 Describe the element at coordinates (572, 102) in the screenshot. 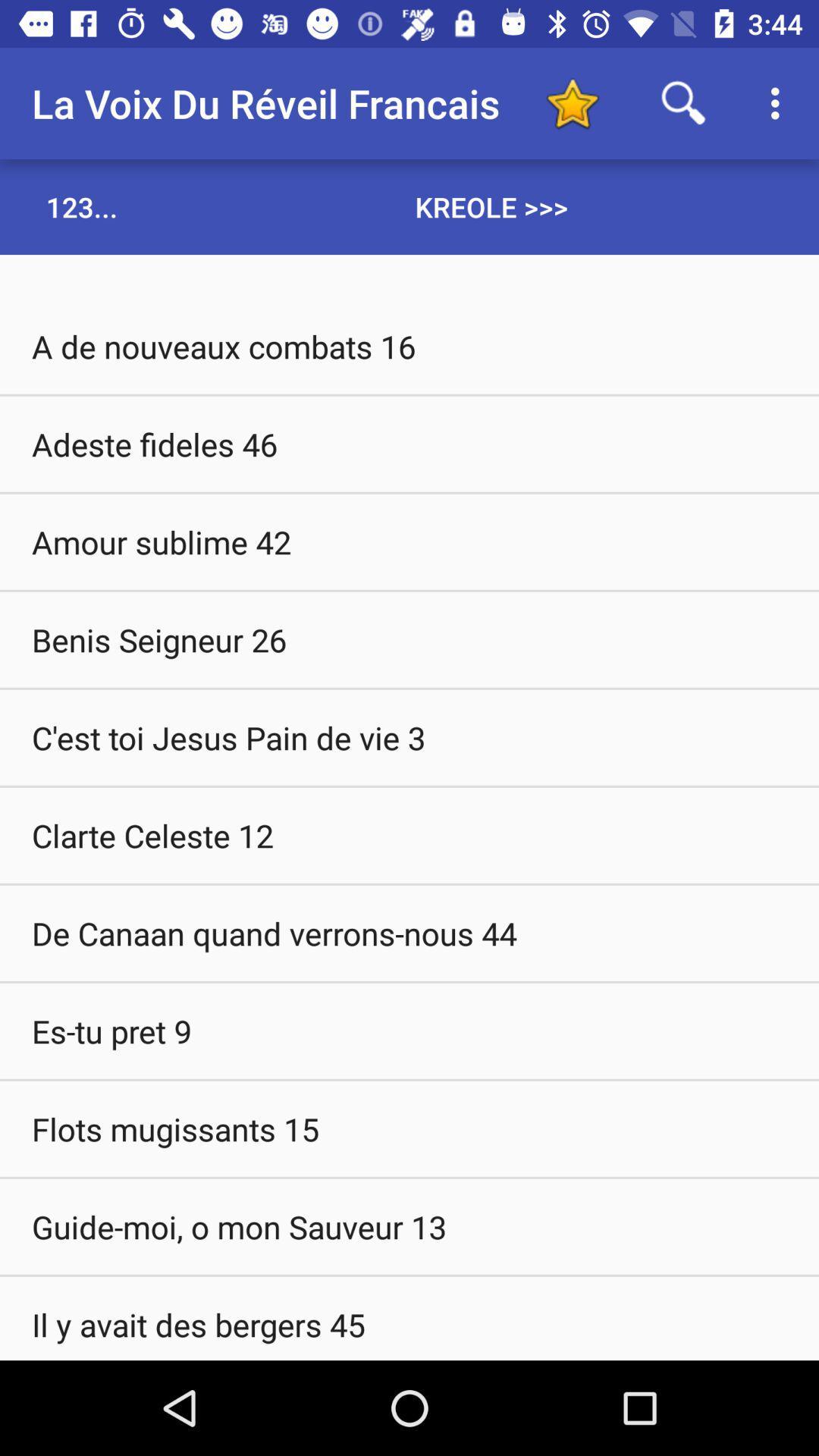

I see `to faavourite` at that location.